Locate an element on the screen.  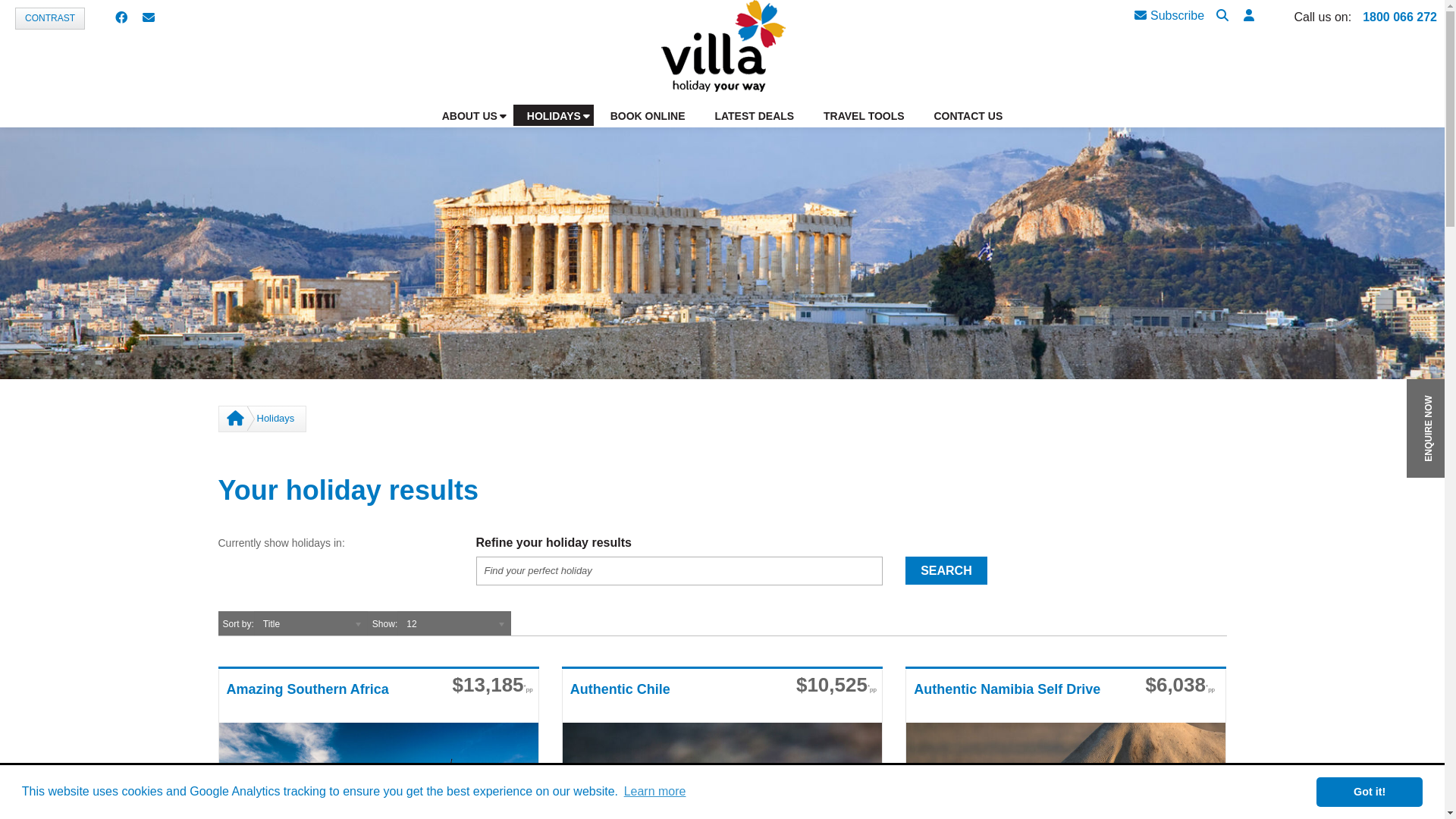
'Learn more' is located at coordinates (654, 791).